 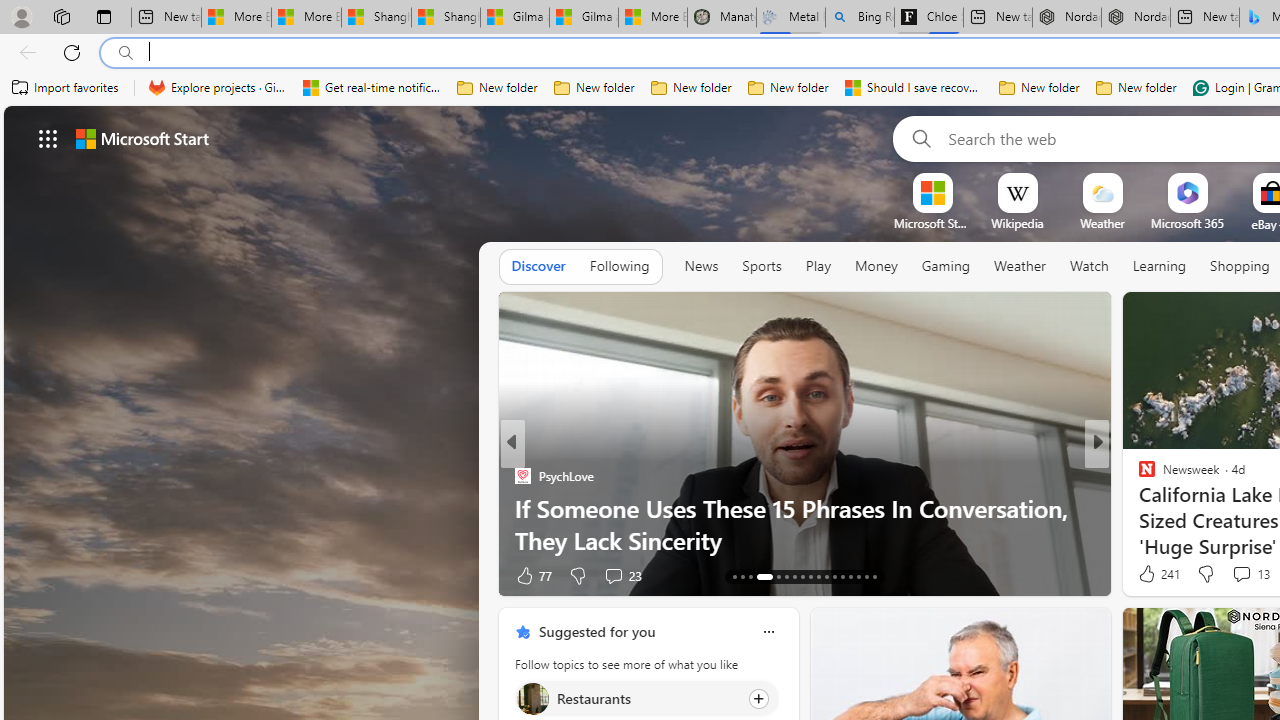 I want to click on '99 Like', so click(x=1149, y=575).